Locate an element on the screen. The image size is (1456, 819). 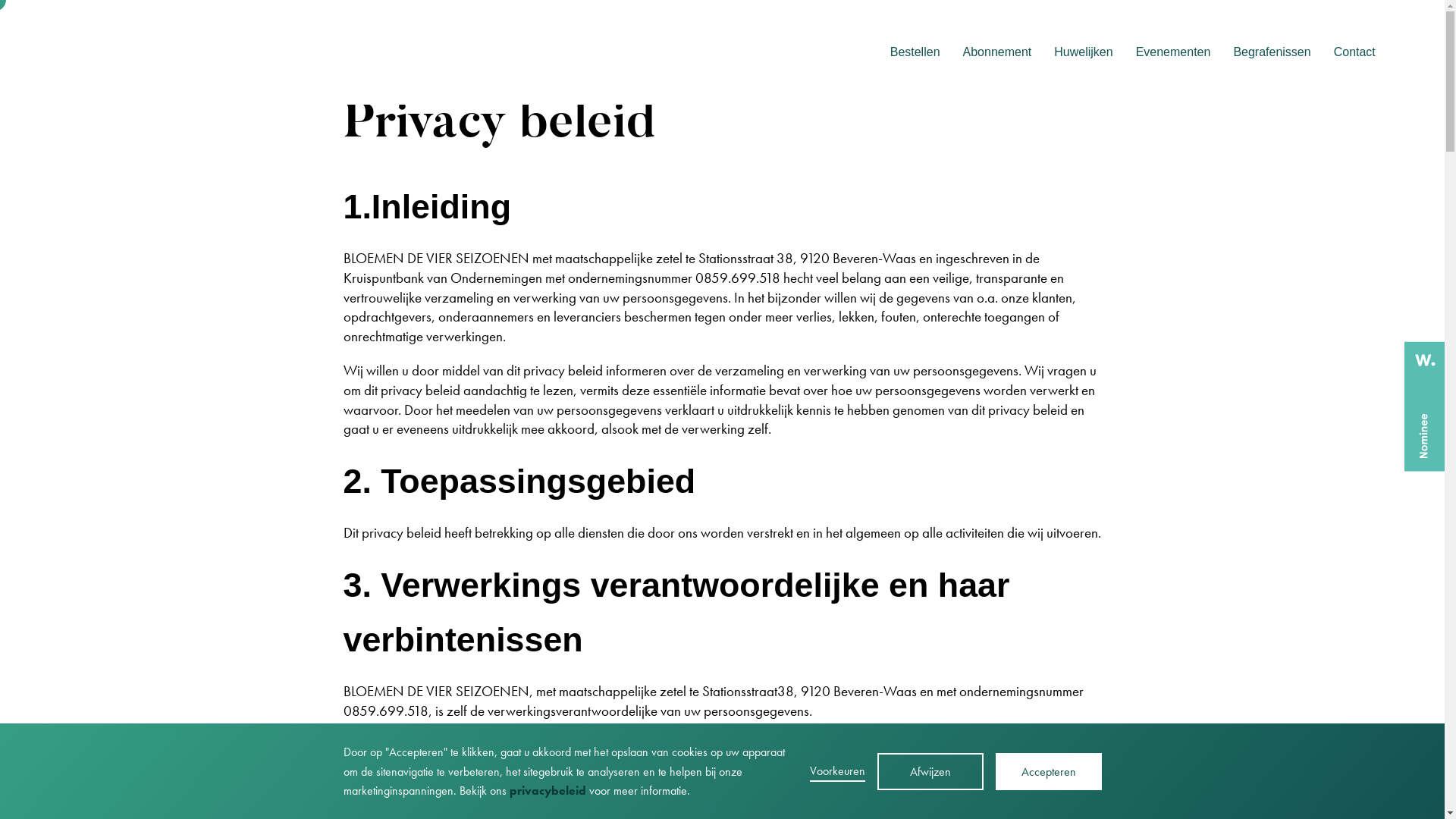
'Voorkeuren' is located at coordinates (836, 772).